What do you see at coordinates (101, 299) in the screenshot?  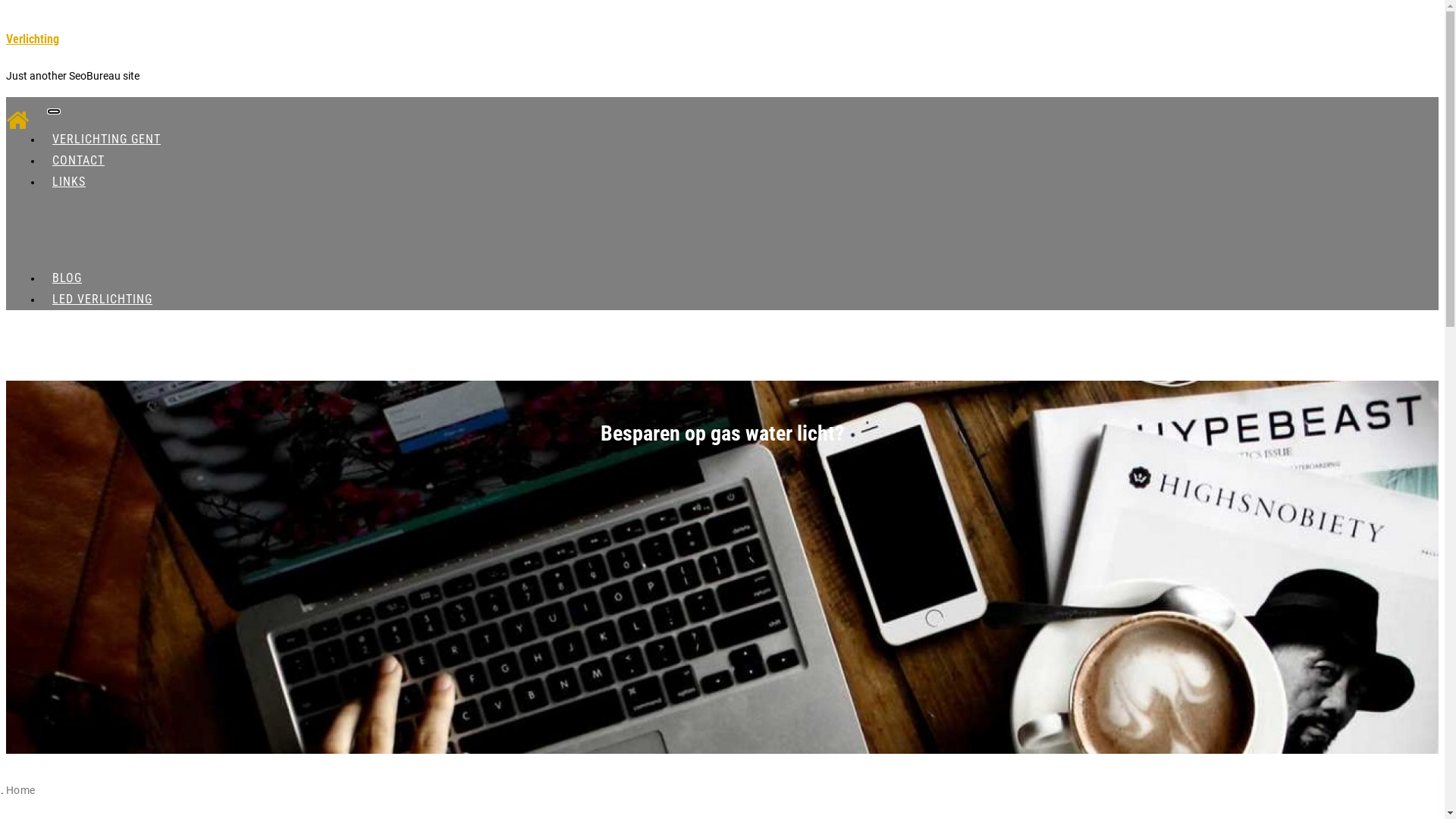 I see `'LED VERLICHTING'` at bounding box center [101, 299].